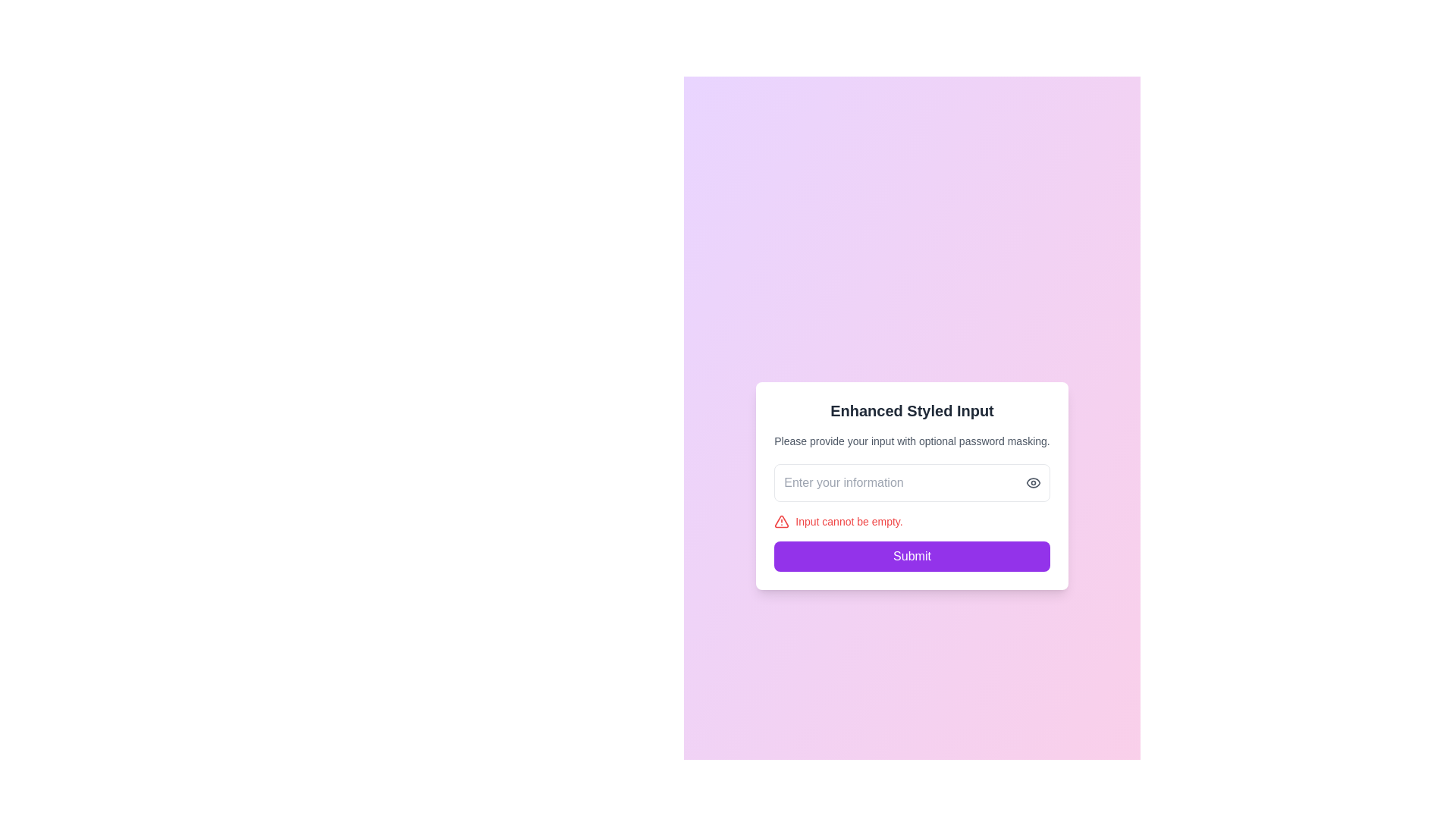  Describe the element at coordinates (1032, 482) in the screenshot. I see `the toggle icon located at the extreme right inside the password input field` at that location.